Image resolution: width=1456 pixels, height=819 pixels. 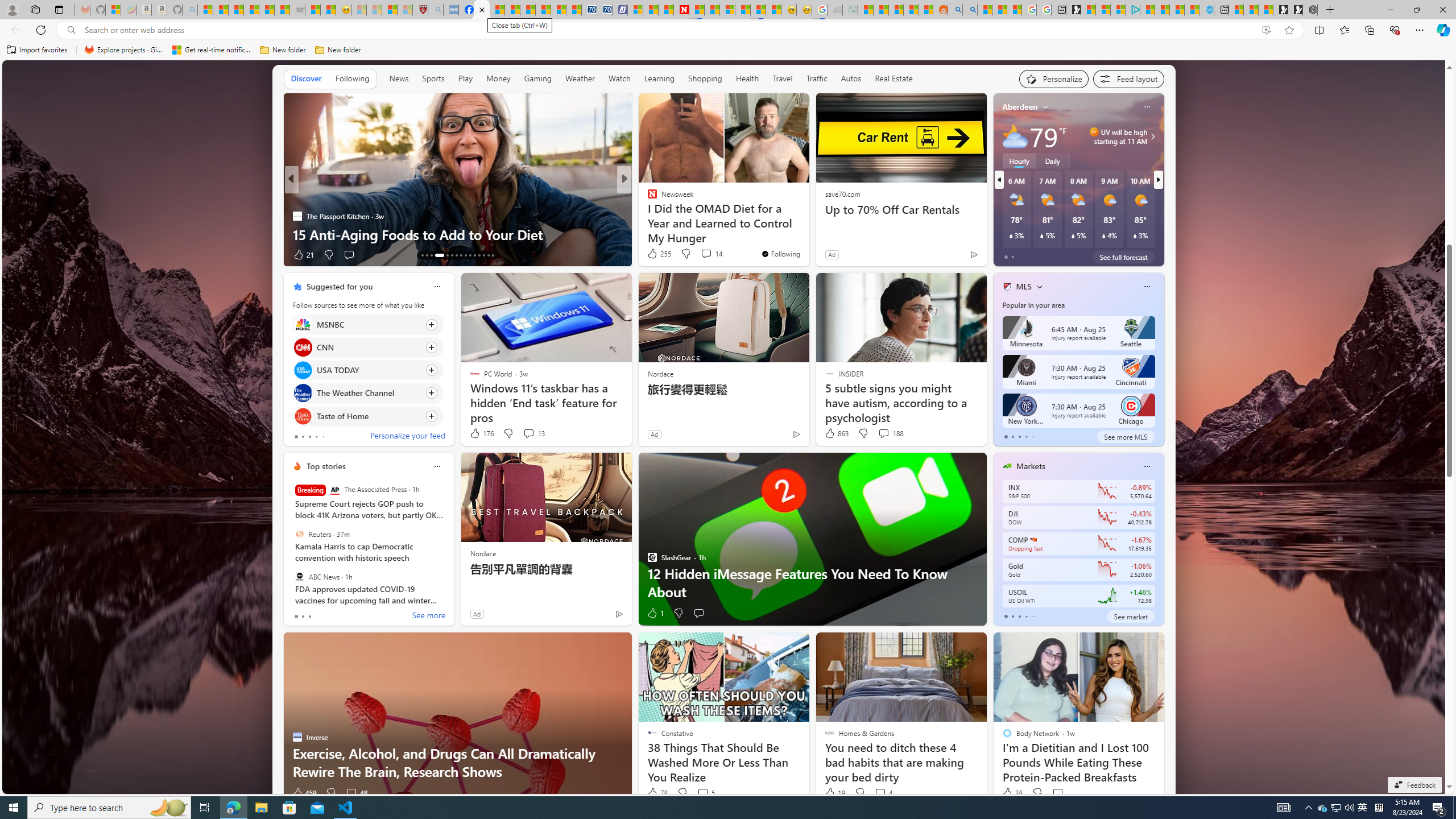 What do you see at coordinates (470, 255) in the screenshot?
I see `'AutomationID: tab-75'` at bounding box center [470, 255].